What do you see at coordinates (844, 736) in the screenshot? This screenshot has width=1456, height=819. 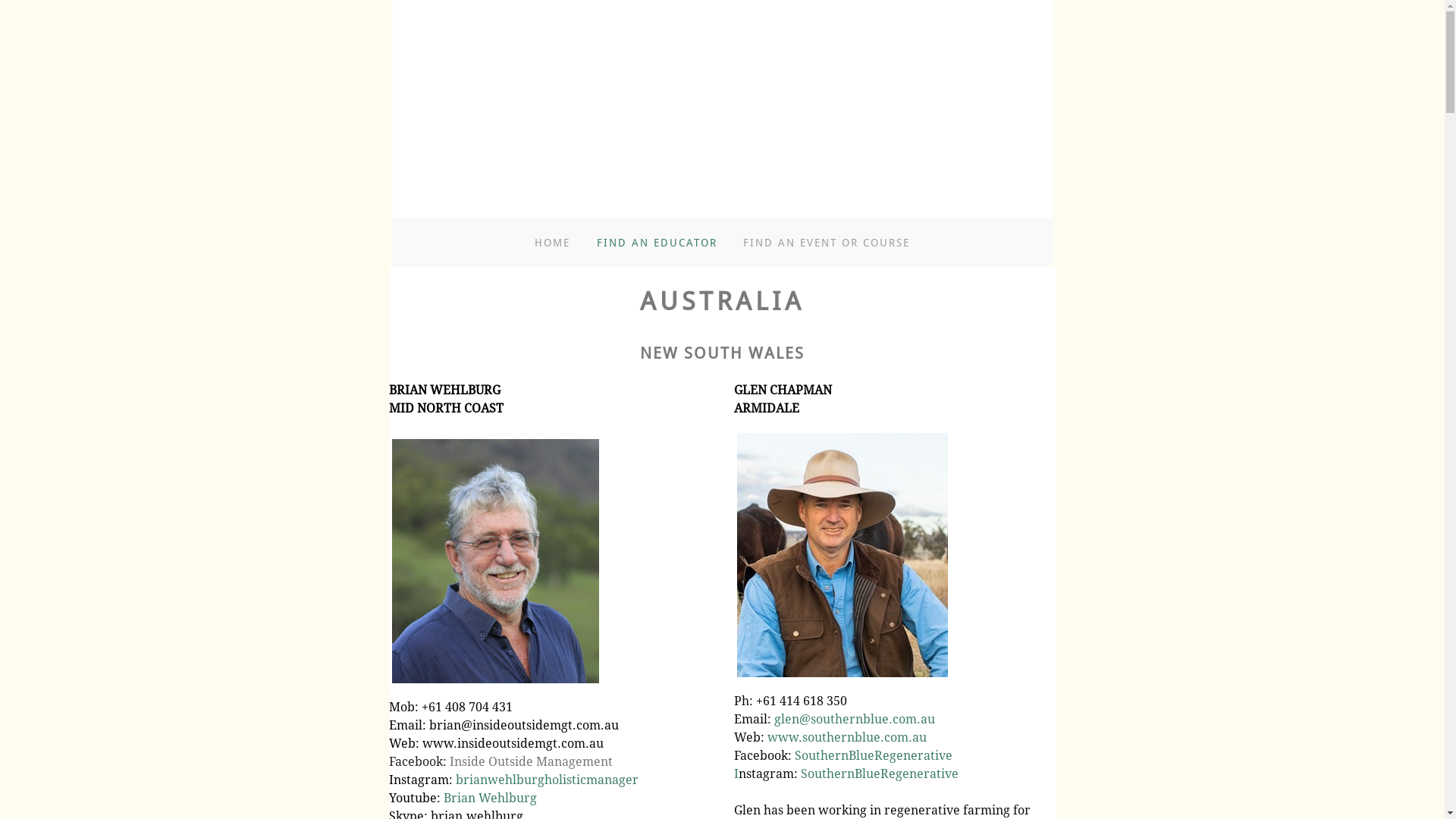 I see `' www.southernblue.com.au'` at bounding box center [844, 736].